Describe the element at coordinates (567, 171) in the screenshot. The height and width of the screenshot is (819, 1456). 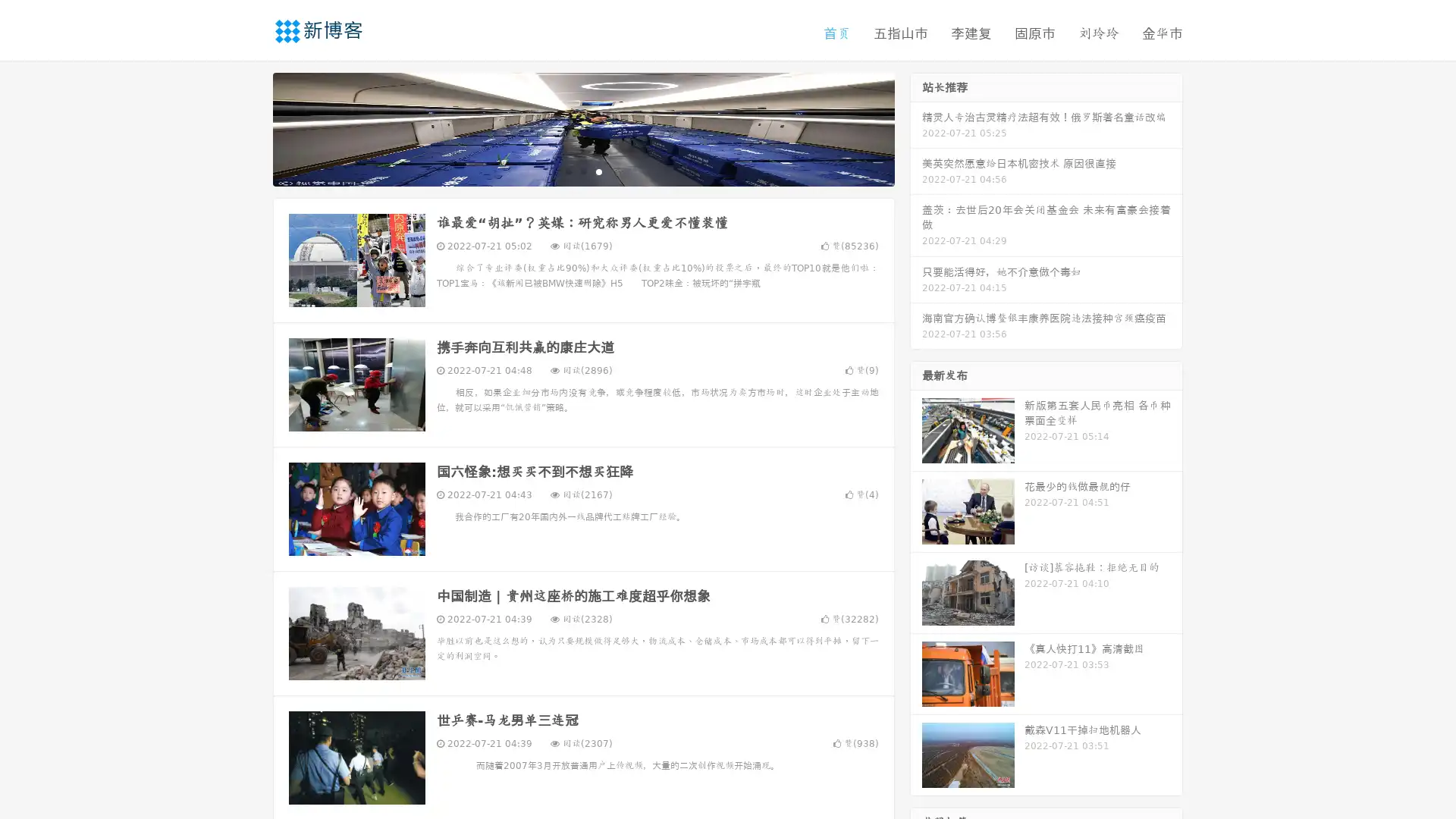
I see `Go to slide 1` at that location.